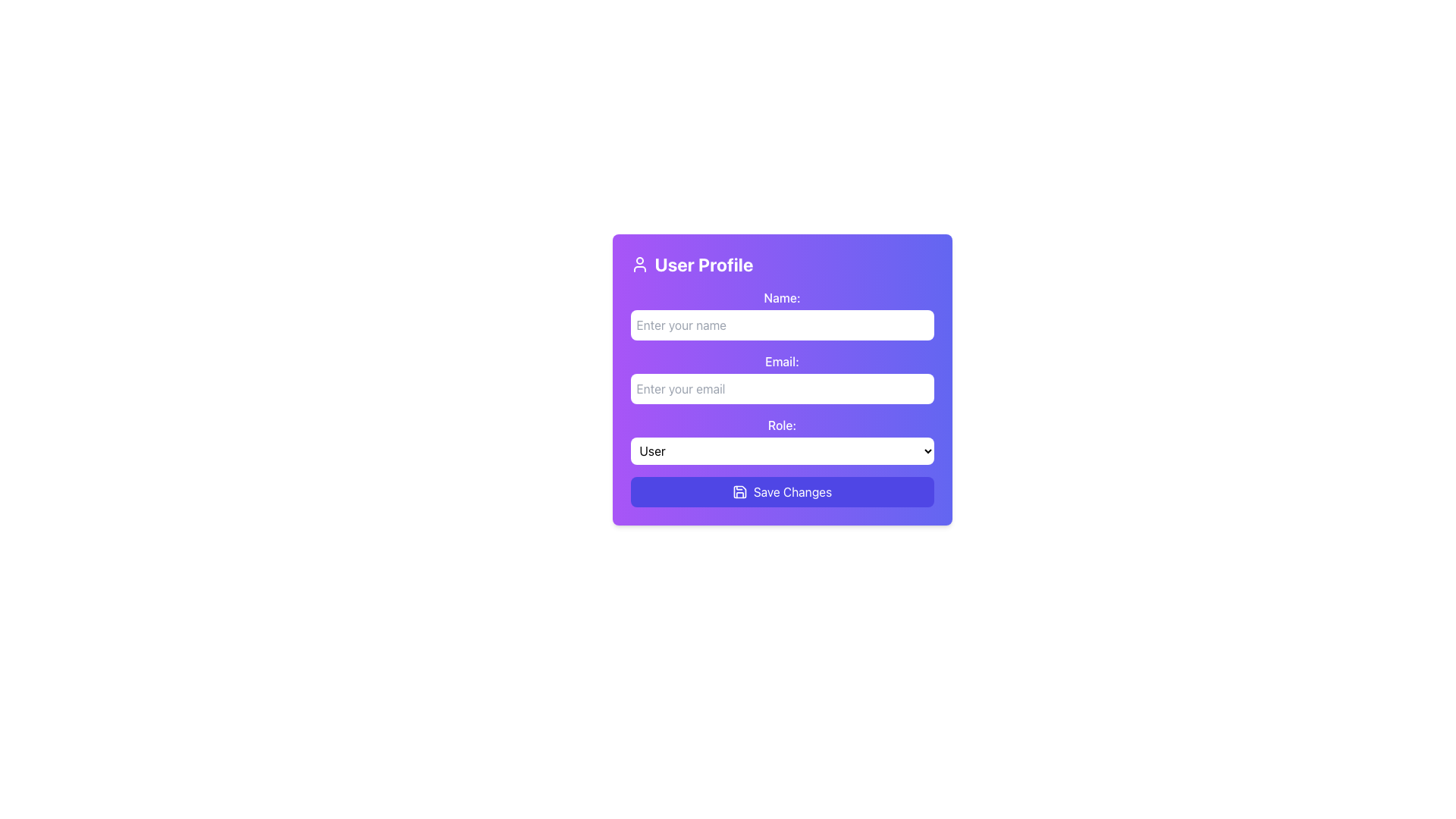 This screenshot has height=819, width=1456. I want to click on the label indicating the type of information for the adjacent email input field, which is located above the email address input in the second section of the form, so click(782, 377).